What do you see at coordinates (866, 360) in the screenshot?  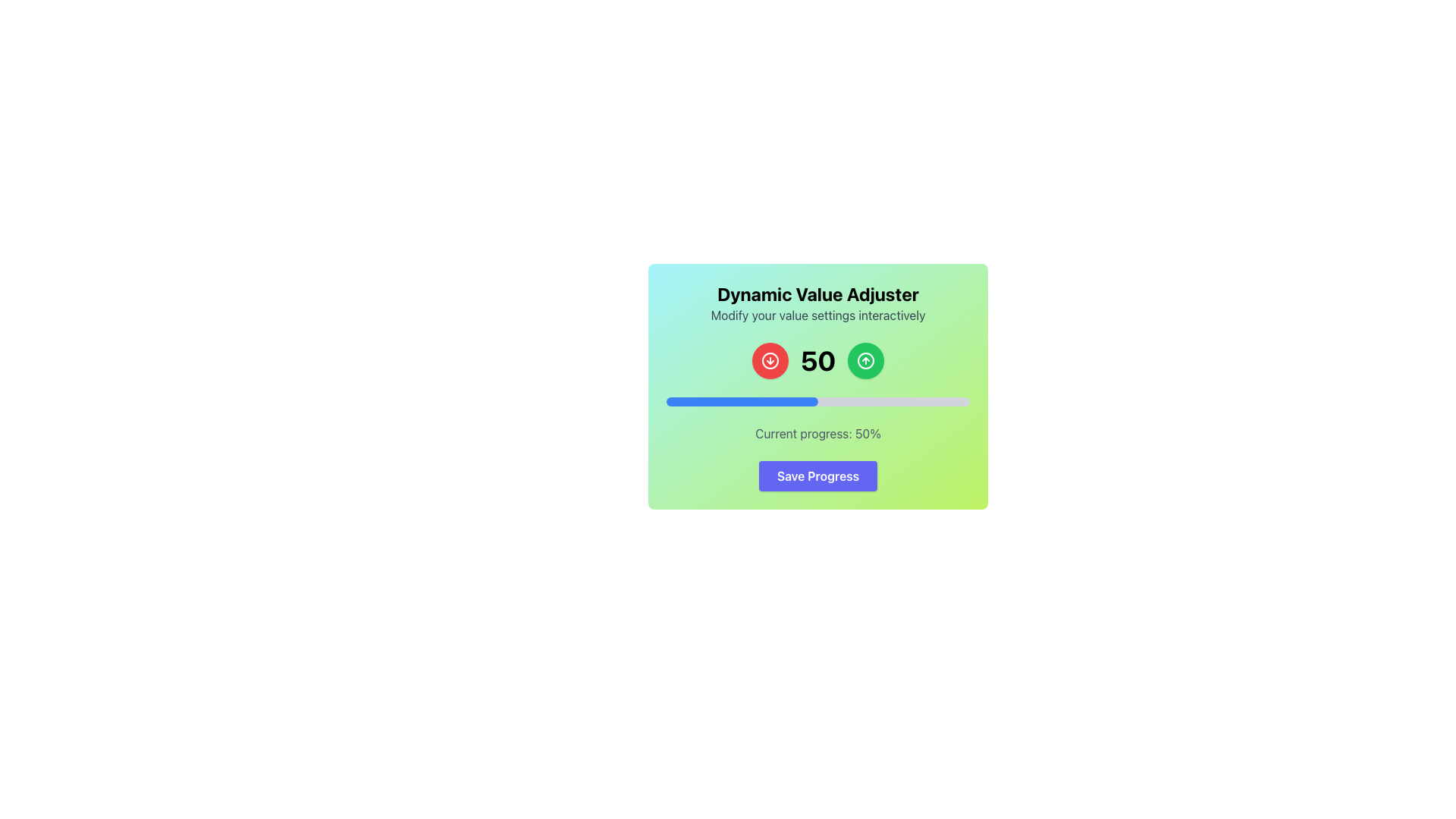 I see `the upward arrow button with a green background to increase the value, located below 'Dynamic Value Adjuster' and next to the value '50'` at bounding box center [866, 360].